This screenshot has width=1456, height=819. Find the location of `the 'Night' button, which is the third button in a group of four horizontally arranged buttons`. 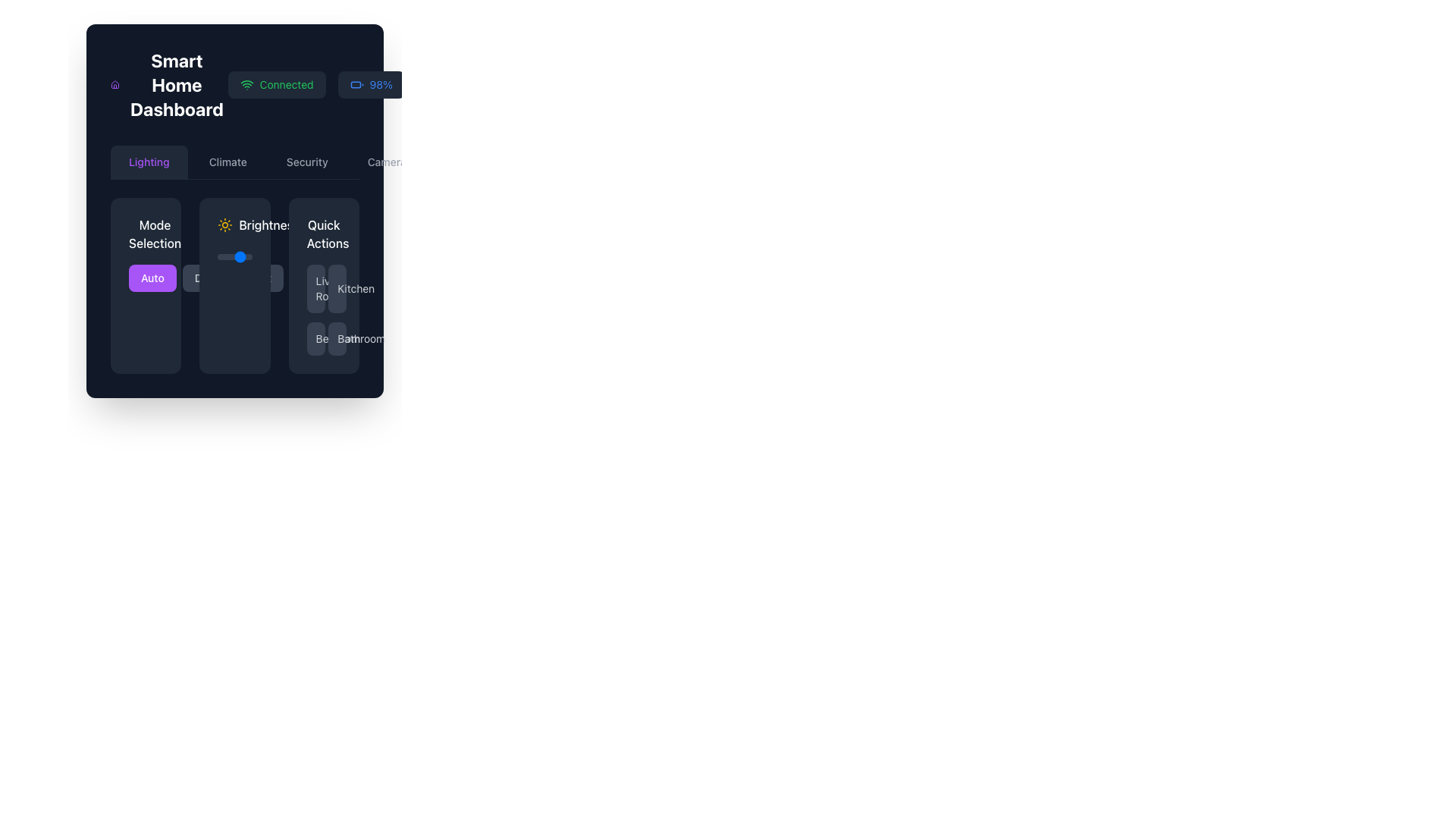

the 'Night' button, which is the third button in a group of four horizontally arranged buttons is located at coordinates (258, 278).